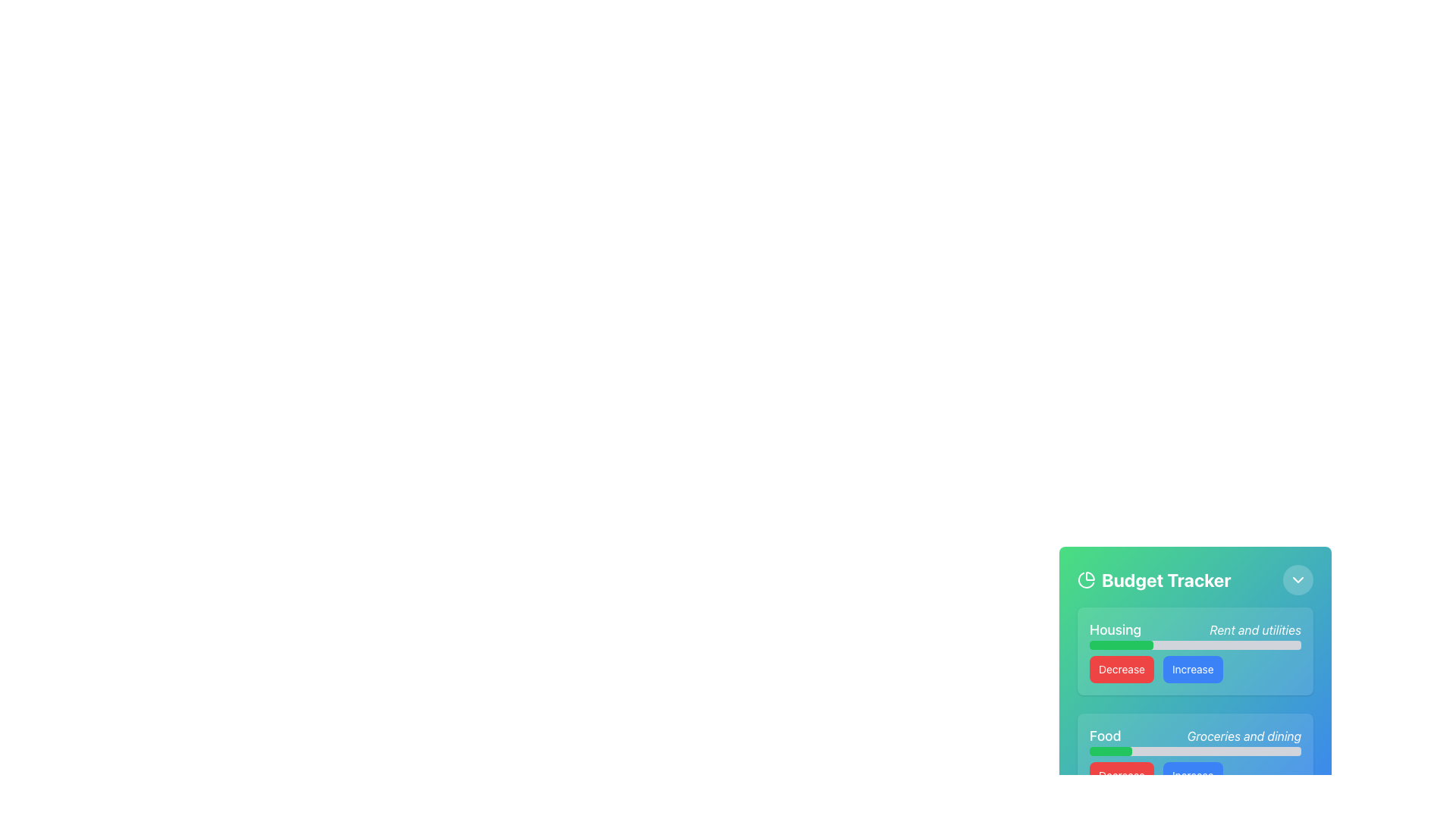  Describe the element at coordinates (1194, 579) in the screenshot. I see `the 'Budget Tracker' header element, which features a bold title with a pie chart icon on the left and a chevron-down icon on the right, set against a gradient green and blue background` at that location.